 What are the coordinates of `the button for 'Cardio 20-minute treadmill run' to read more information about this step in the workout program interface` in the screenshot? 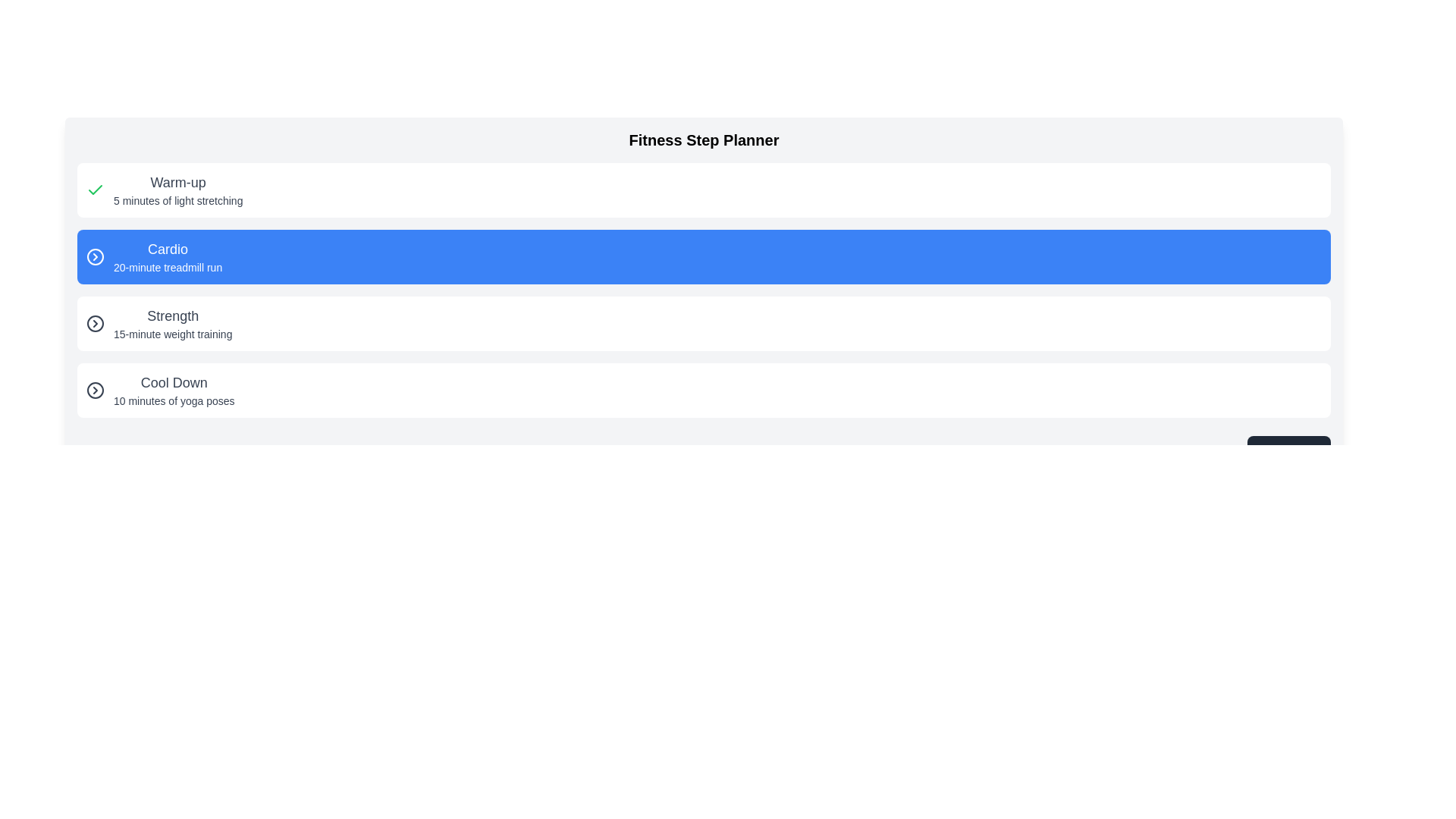 It's located at (703, 256).